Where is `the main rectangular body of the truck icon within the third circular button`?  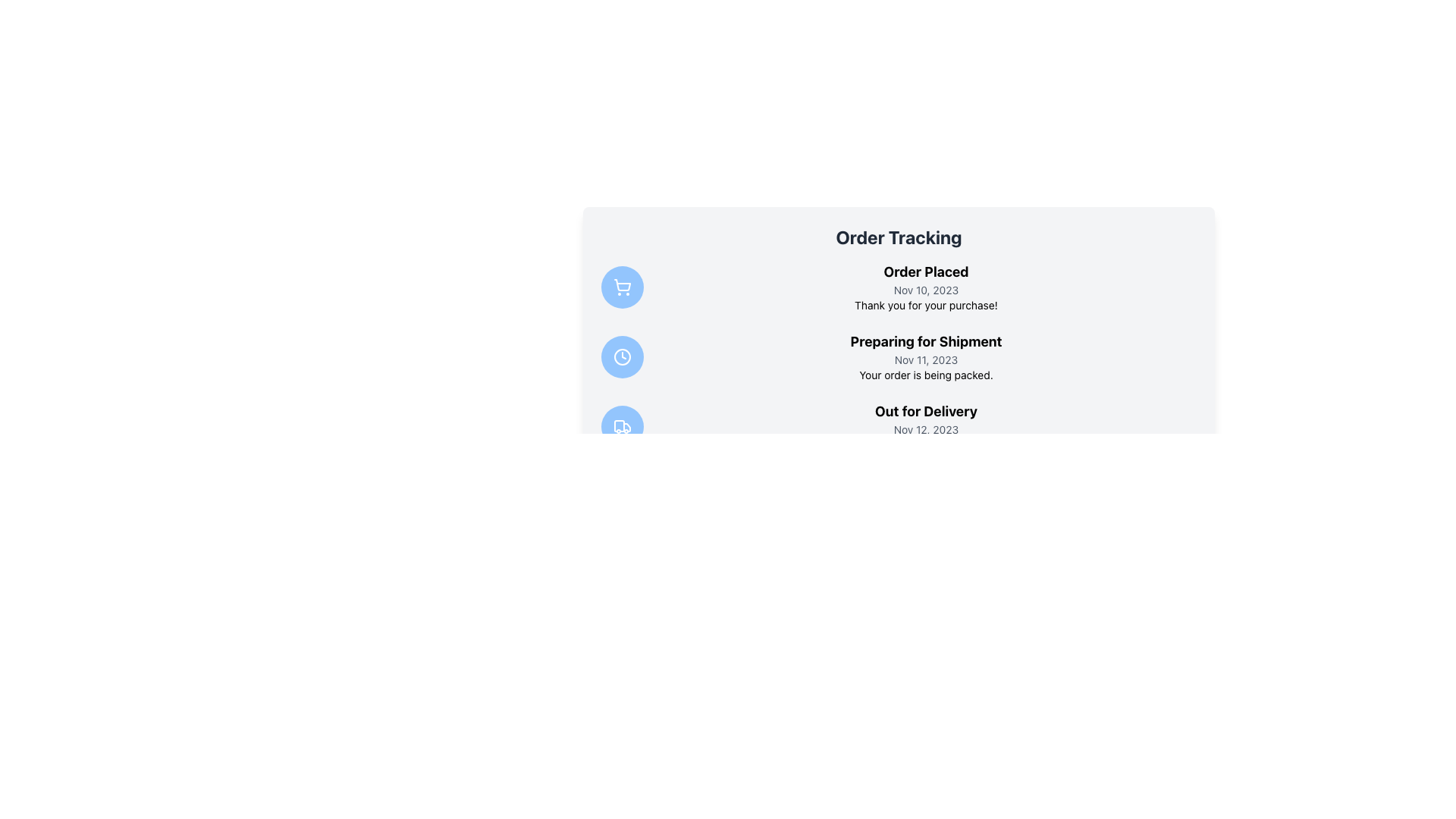
the main rectangular body of the truck icon within the third circular button is located at coordinates (619, 426).